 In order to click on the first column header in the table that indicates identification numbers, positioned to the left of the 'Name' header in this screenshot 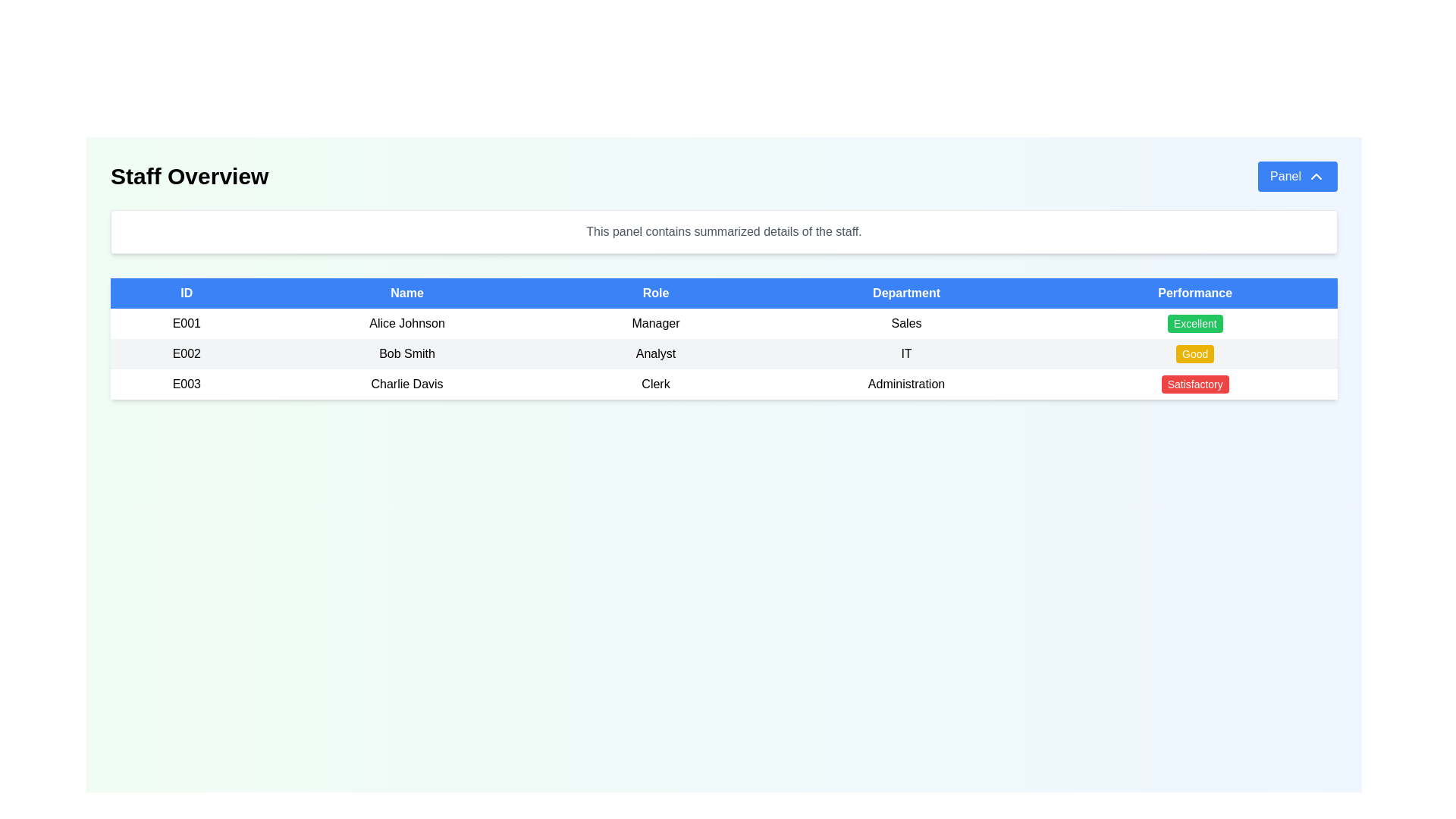, I will do `click(186, 293)`.